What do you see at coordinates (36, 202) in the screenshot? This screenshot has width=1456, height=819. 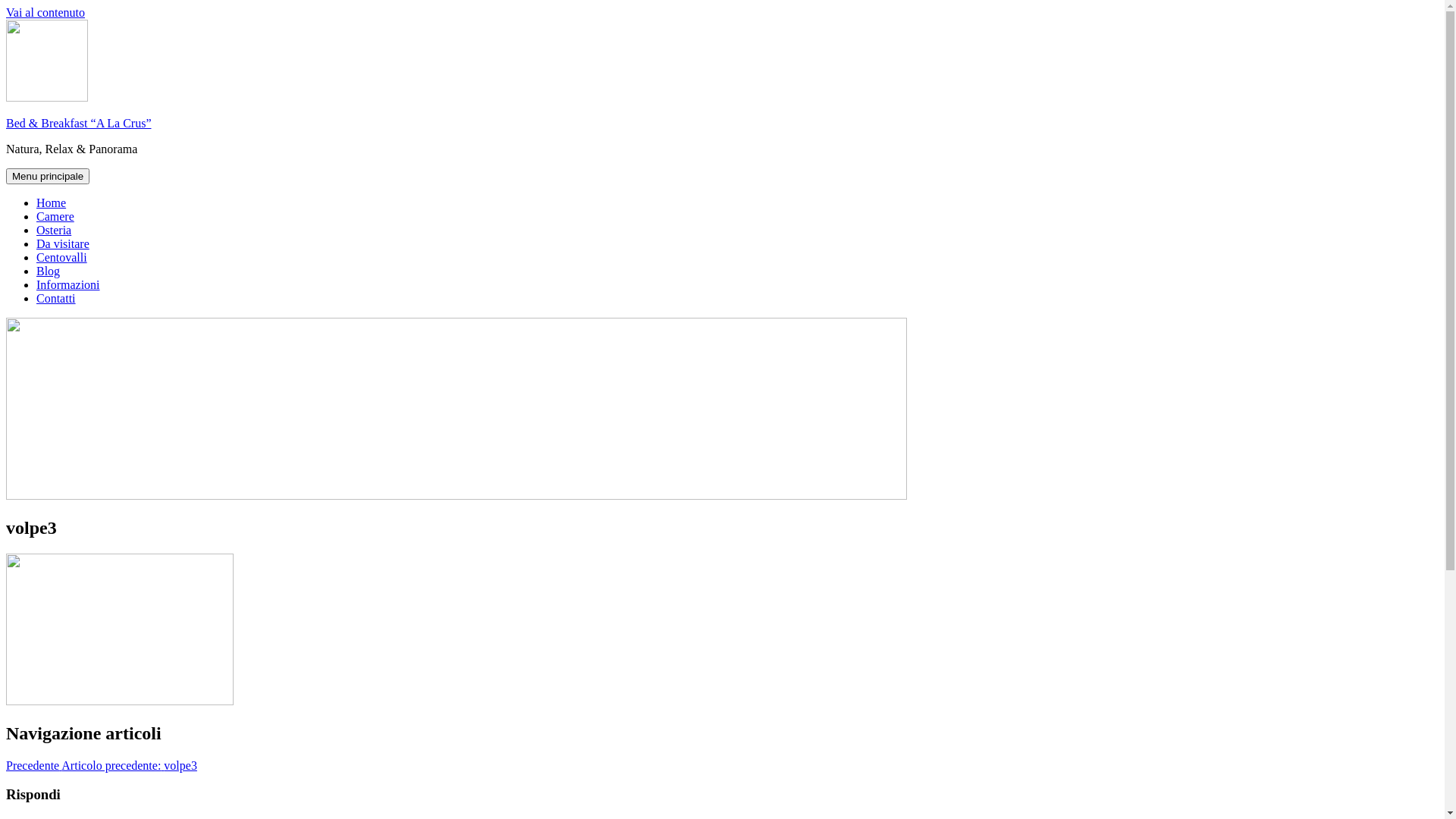 I see `'Home'` at bounding box center [36, 202].